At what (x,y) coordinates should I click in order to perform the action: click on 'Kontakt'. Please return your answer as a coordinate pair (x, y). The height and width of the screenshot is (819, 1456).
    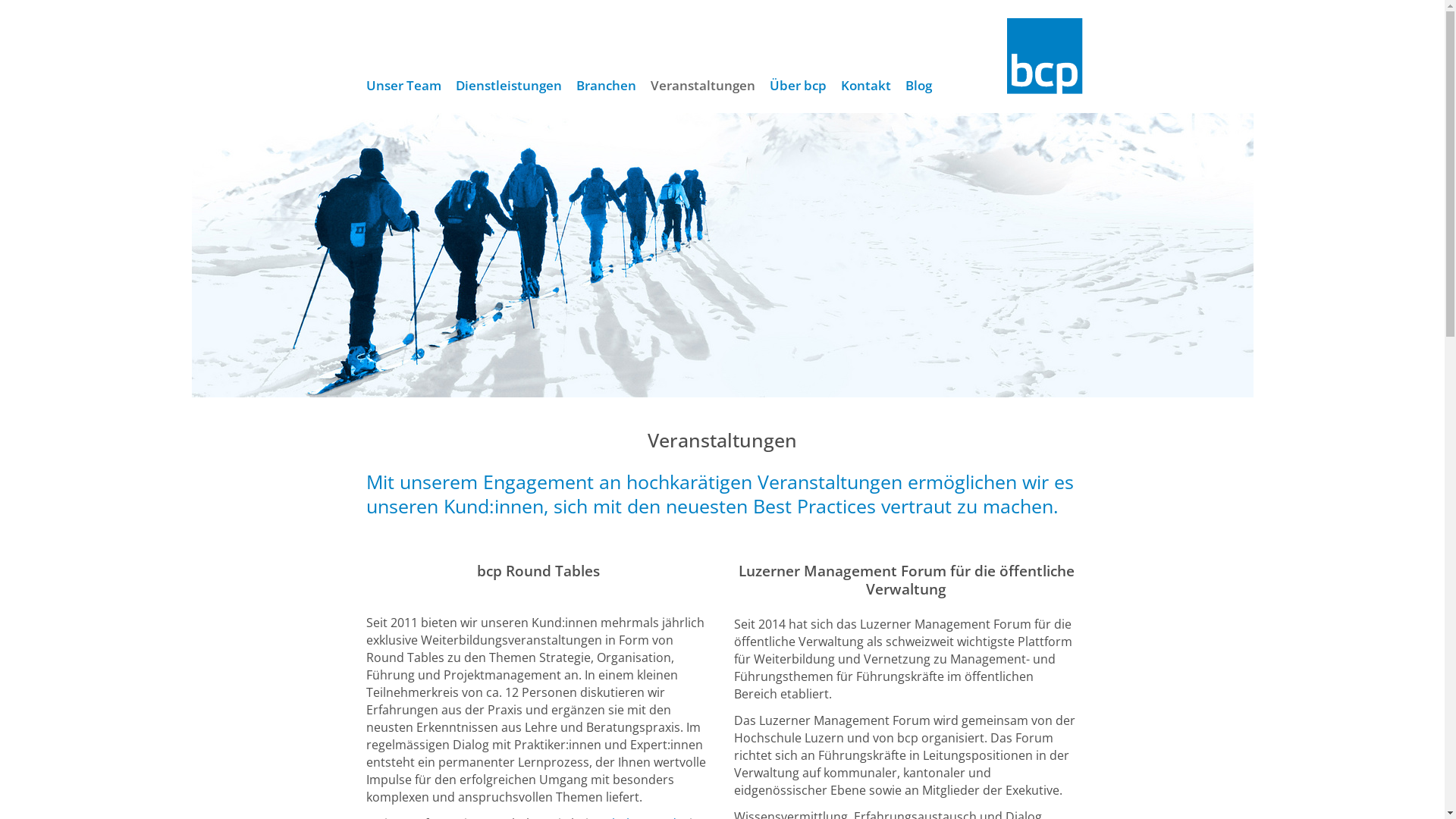
    Looking at the image, I should click on (866, 85).